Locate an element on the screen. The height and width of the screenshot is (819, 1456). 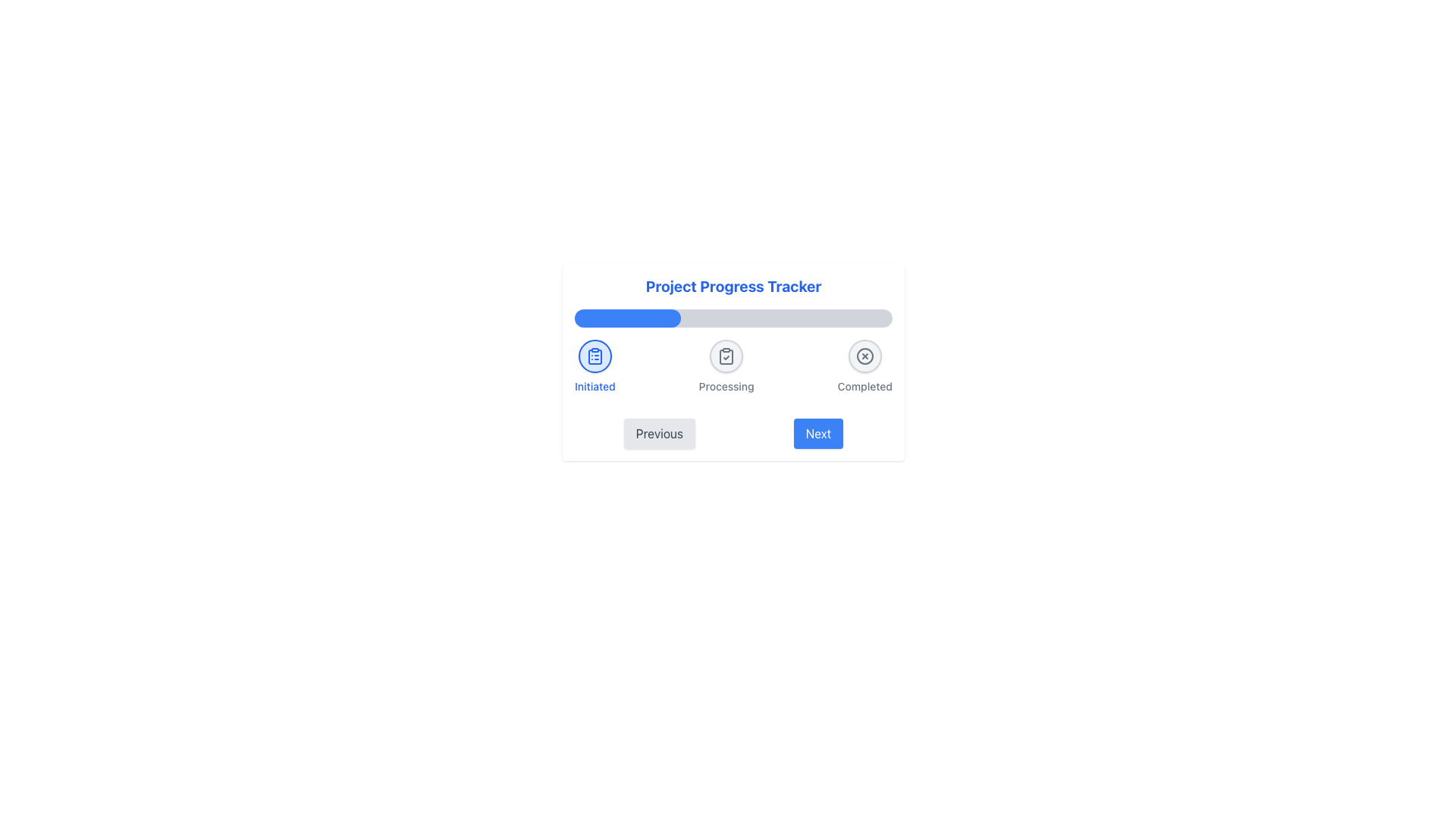
the third circular icon is located at coordinates (864, 356).